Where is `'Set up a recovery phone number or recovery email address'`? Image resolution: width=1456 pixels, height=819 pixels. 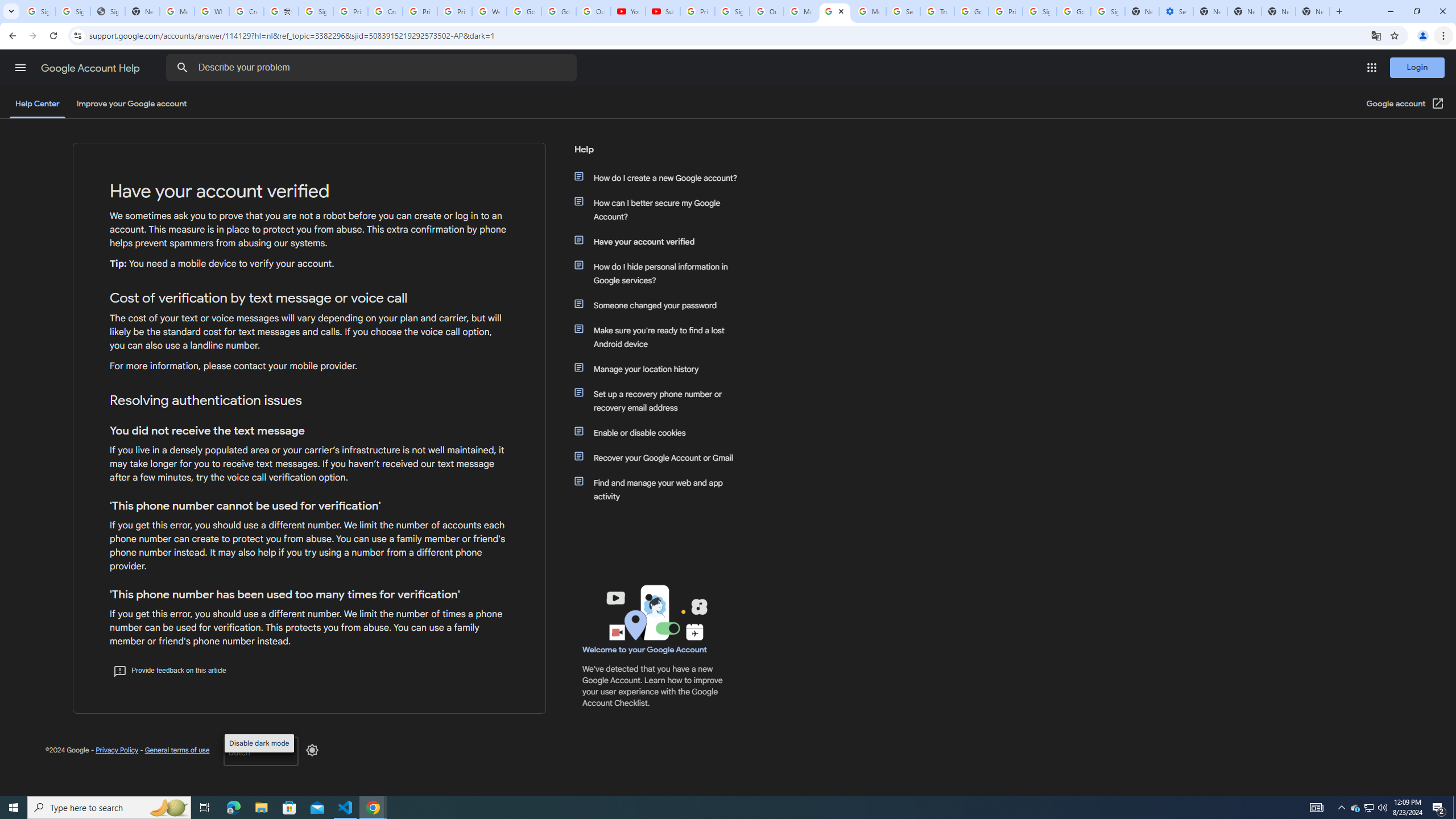
'Set up a recovery phone number or recovery email address' is located at coordinates (661, 400).